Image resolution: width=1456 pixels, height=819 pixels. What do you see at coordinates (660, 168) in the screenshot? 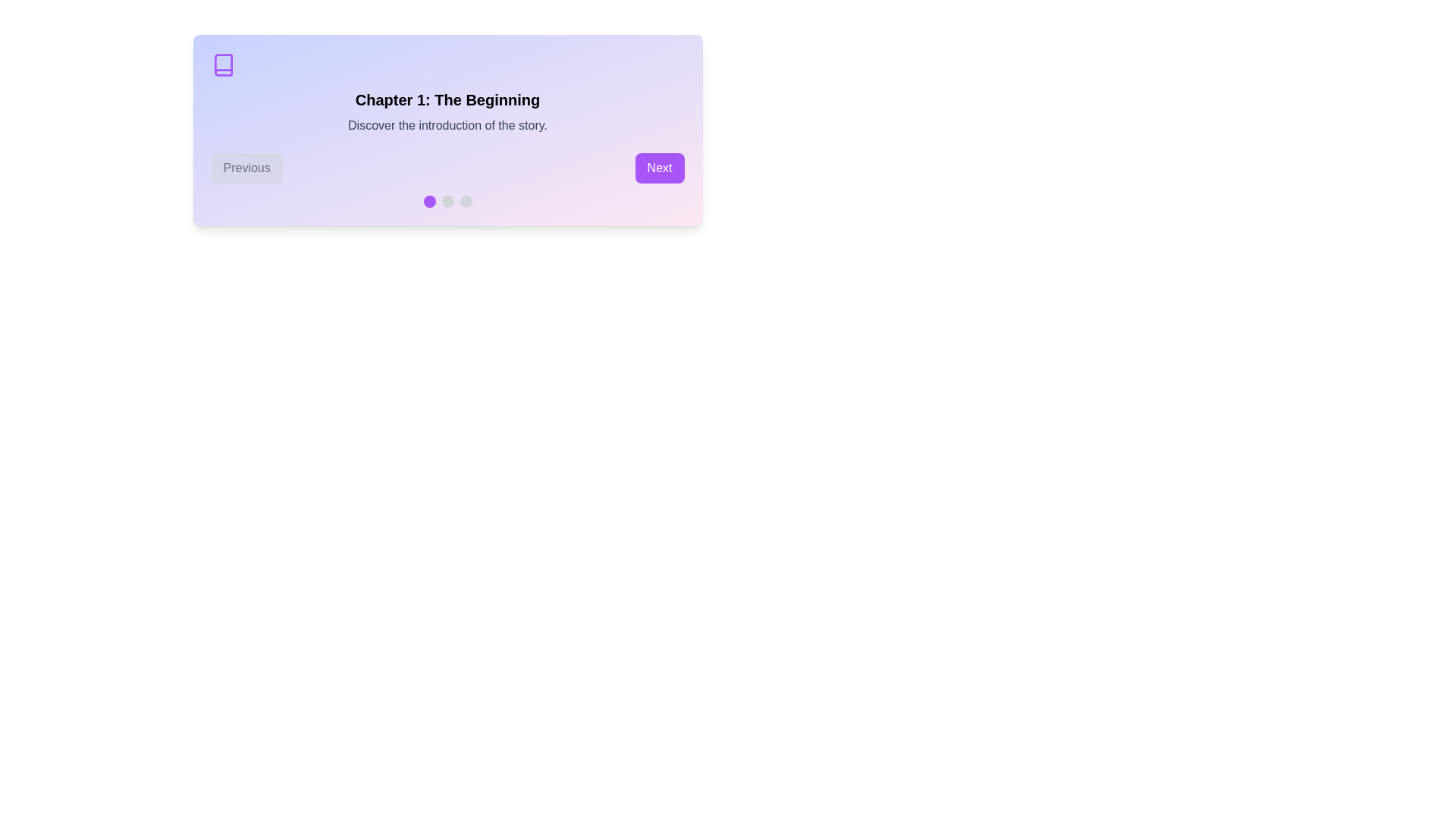
I see `Next button to navigate chapters` at bounding box center [660, 168].